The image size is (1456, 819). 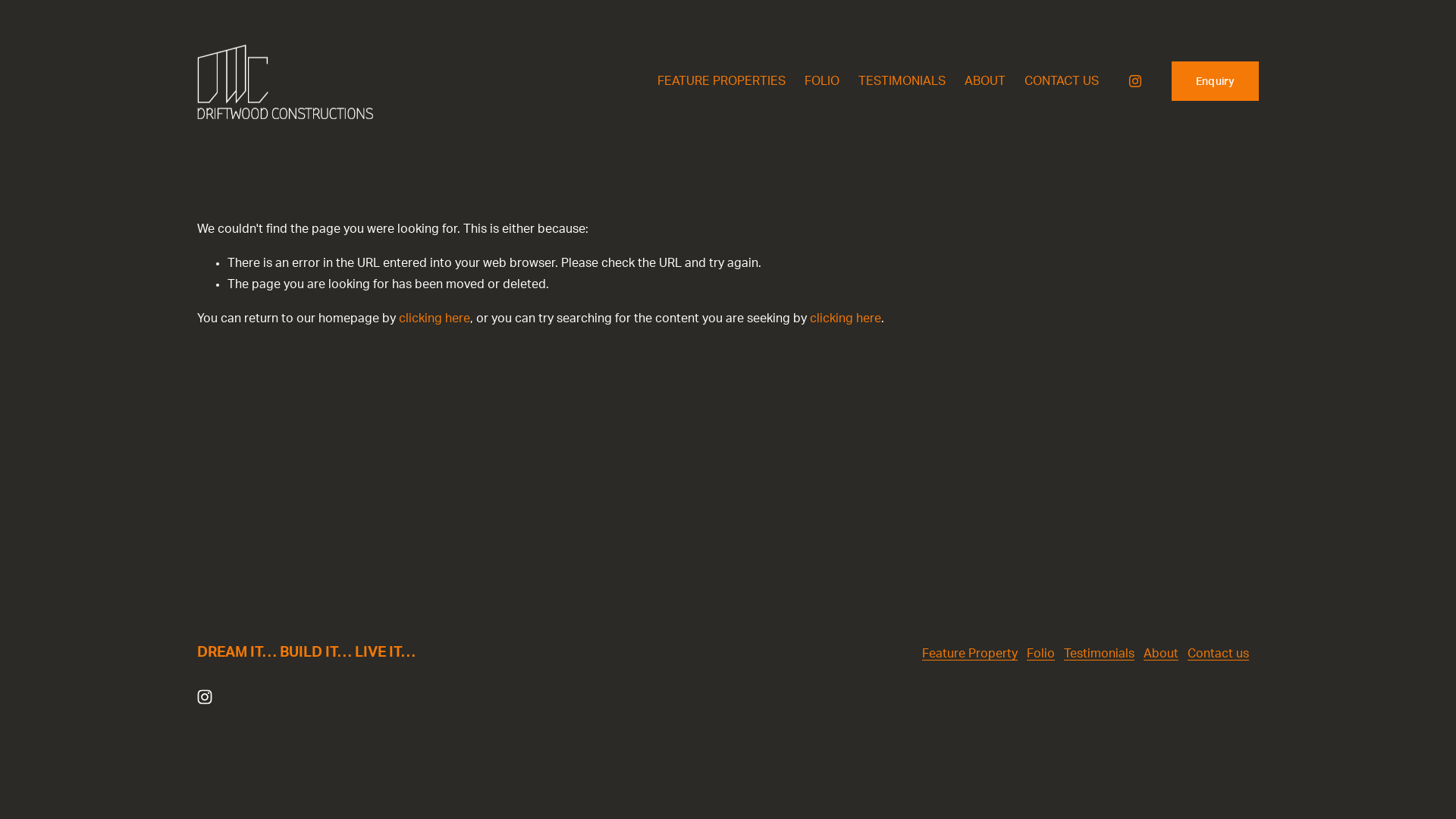 What do you see at coordinates (1040, 653) in the screenshot?
I see `'Folio'` at bounding box center [1040, 653].